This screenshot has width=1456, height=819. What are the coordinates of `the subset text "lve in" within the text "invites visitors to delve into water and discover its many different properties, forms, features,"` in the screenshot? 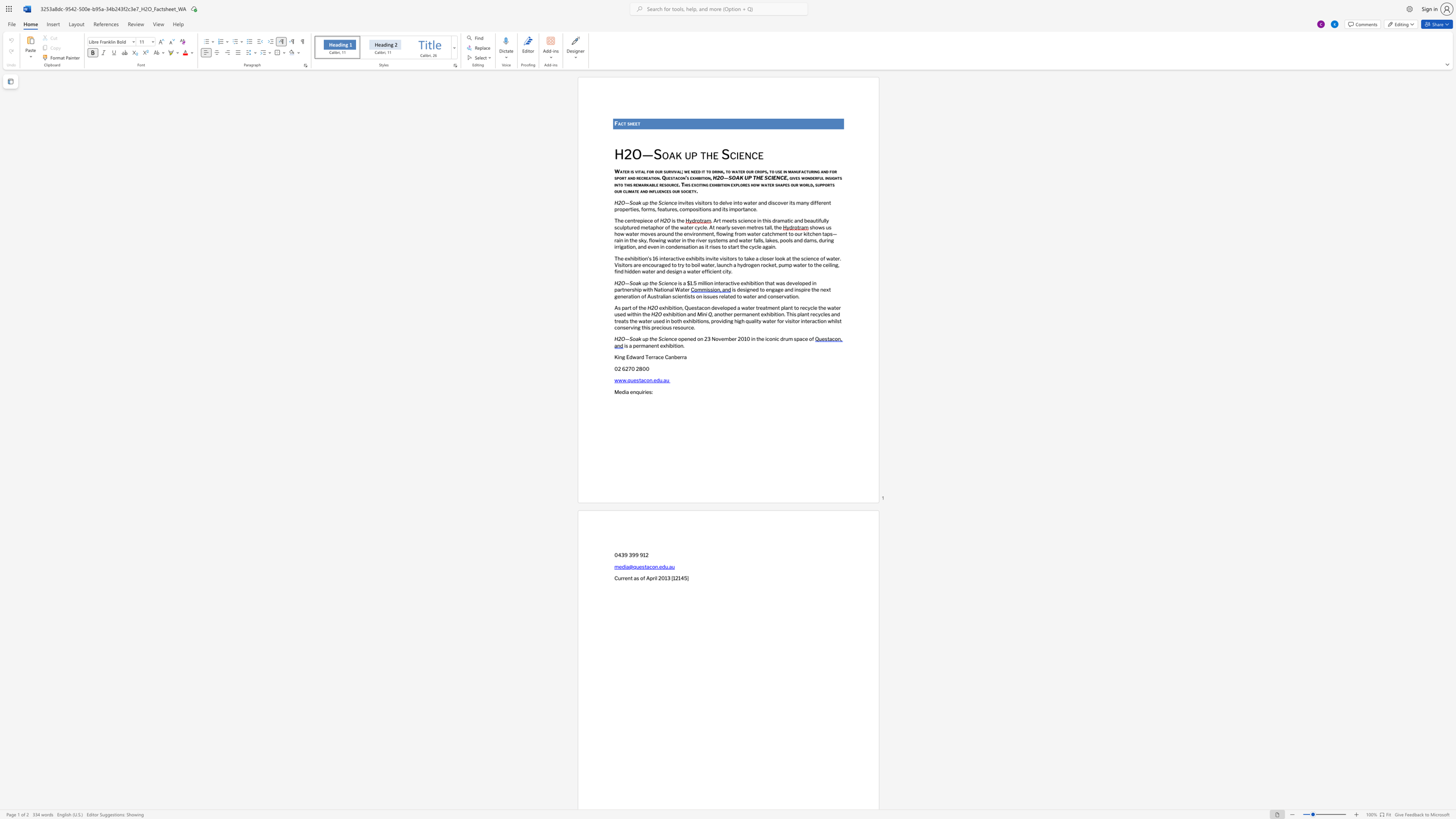 It's located at (725, 202).